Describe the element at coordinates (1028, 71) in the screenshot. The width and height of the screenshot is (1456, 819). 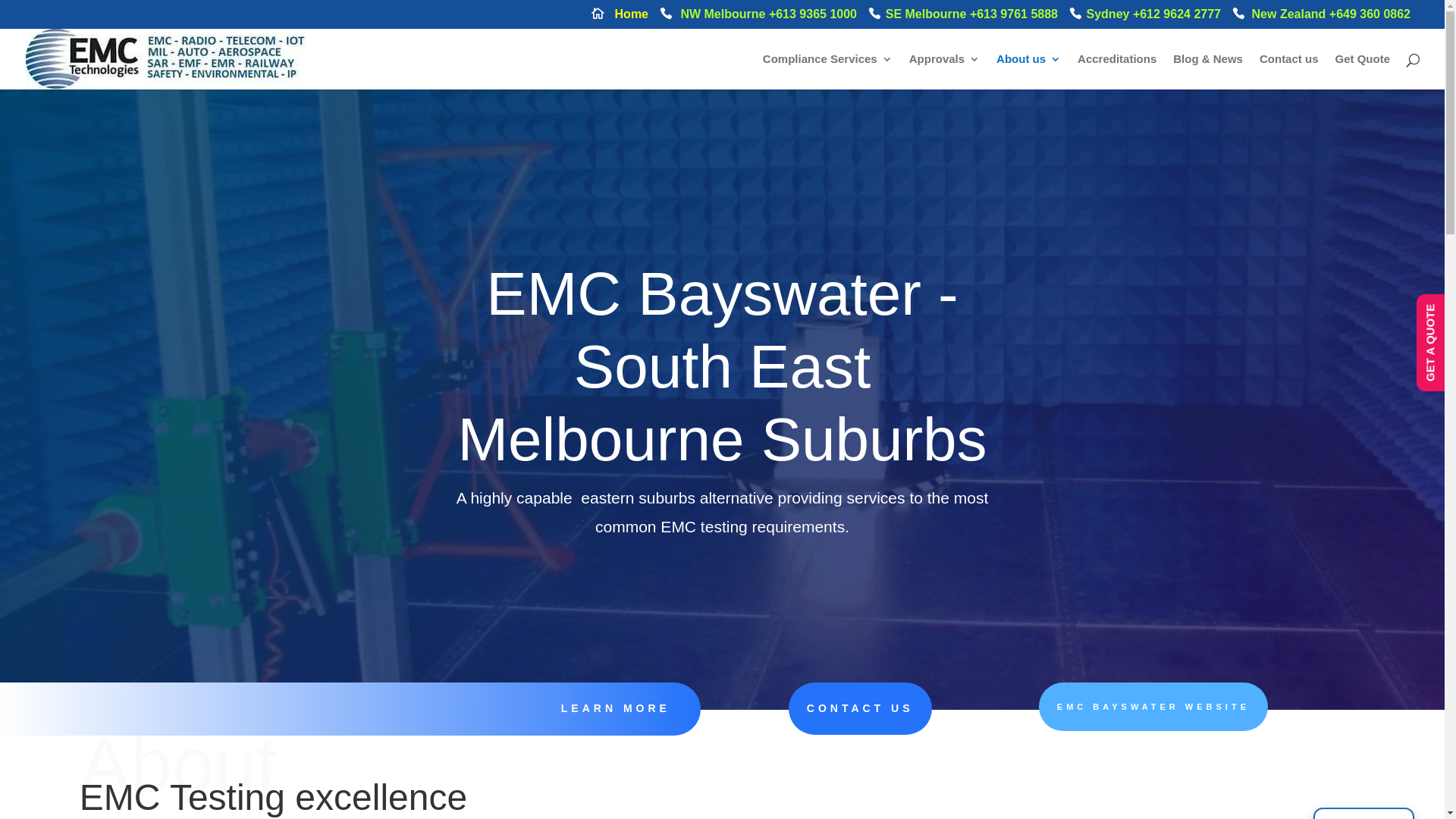
I see `'About us'` at that location.